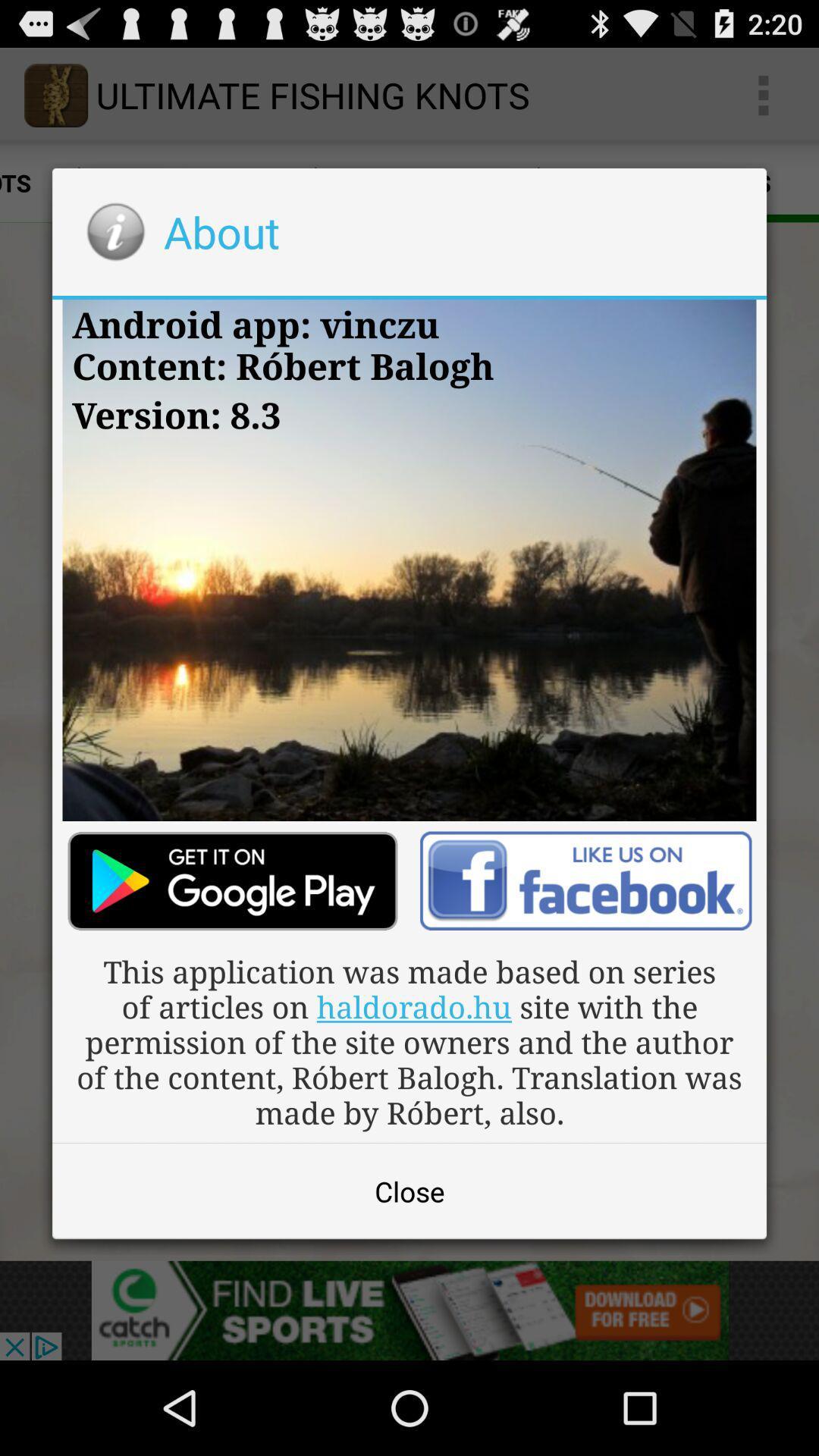  Describe the element at coordinates (233, 881) in the screenshot. I see `turn to google play` at that location.